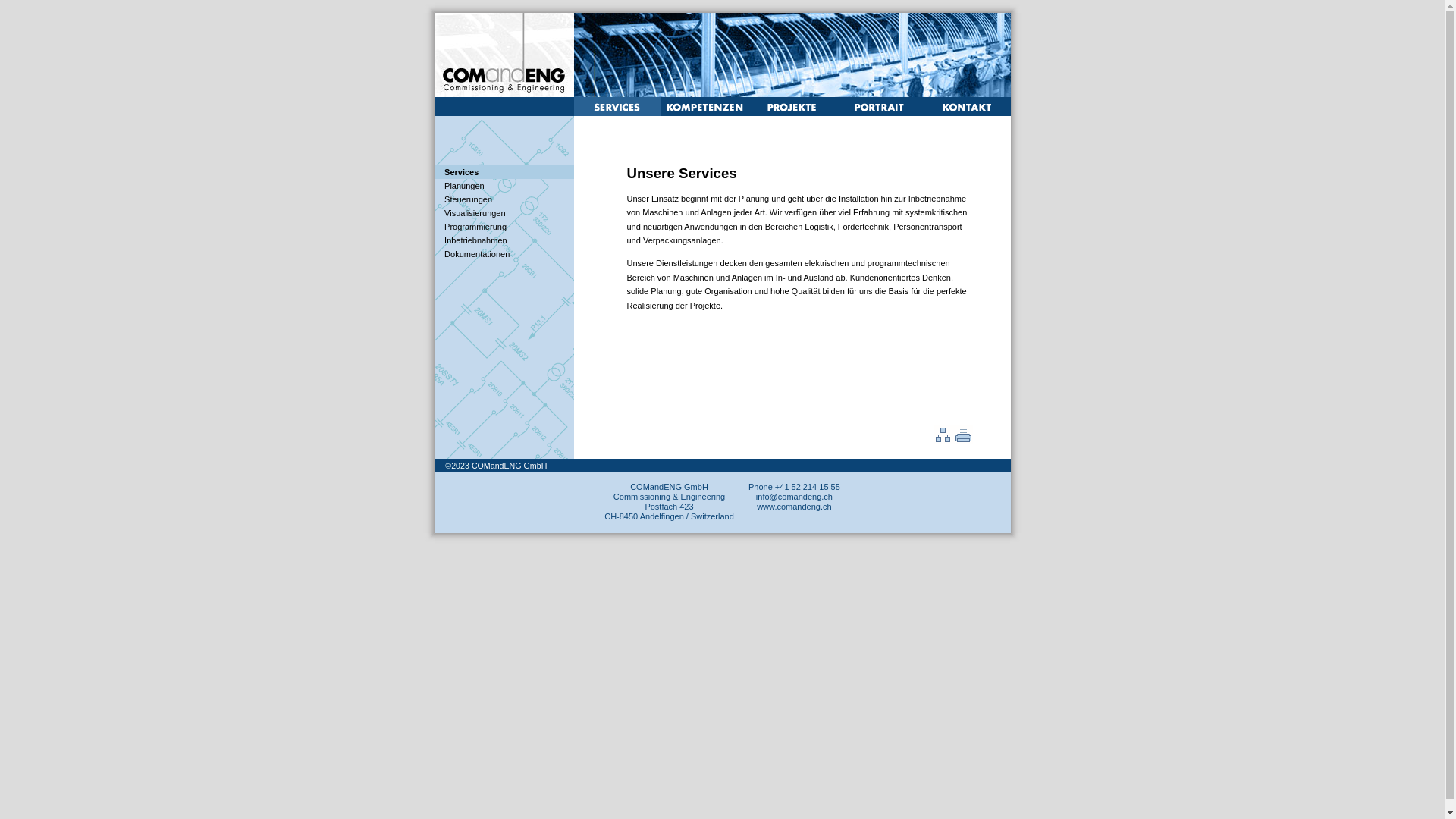 This screenshot has height=819, width=1456. Describe the element at coordinates (467, 198) in the screenshot. I see `'Steuerungen'` at that location.